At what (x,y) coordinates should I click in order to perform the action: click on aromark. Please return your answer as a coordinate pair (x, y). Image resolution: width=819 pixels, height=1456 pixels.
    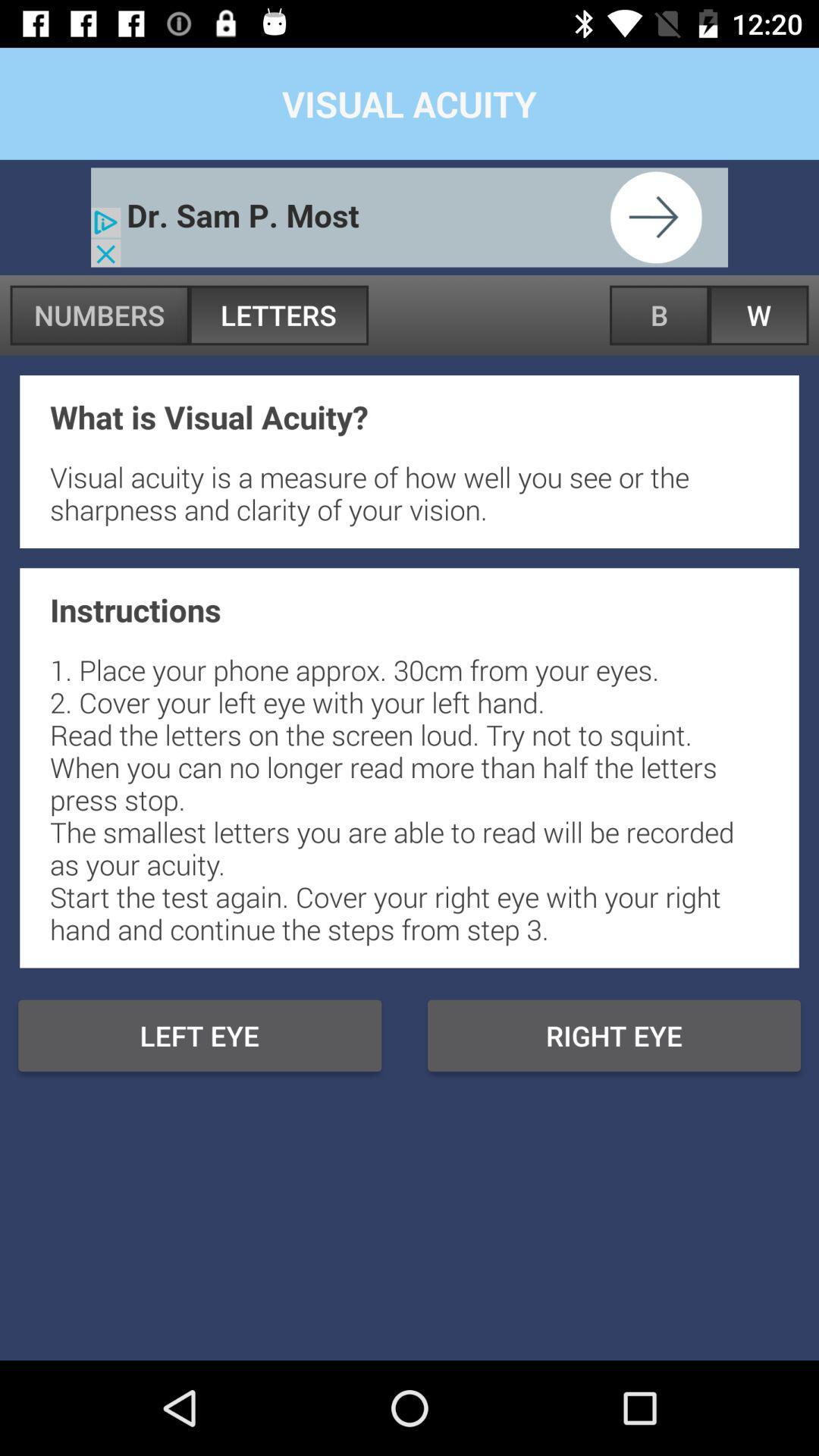
    Looking at the image, I should click on (409, 216).